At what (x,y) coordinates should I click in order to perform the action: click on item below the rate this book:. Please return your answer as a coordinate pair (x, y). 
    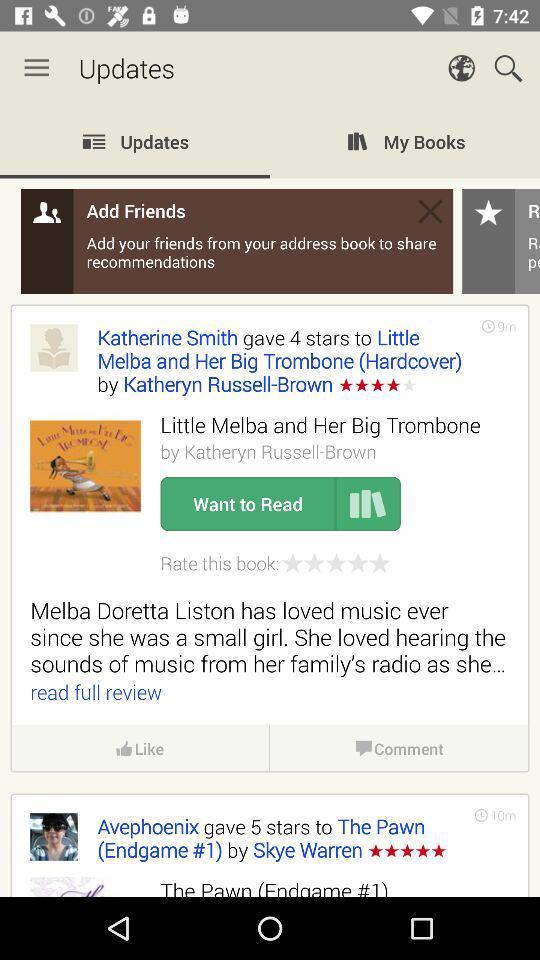
    Looking at the image, I should click on (270, 636).